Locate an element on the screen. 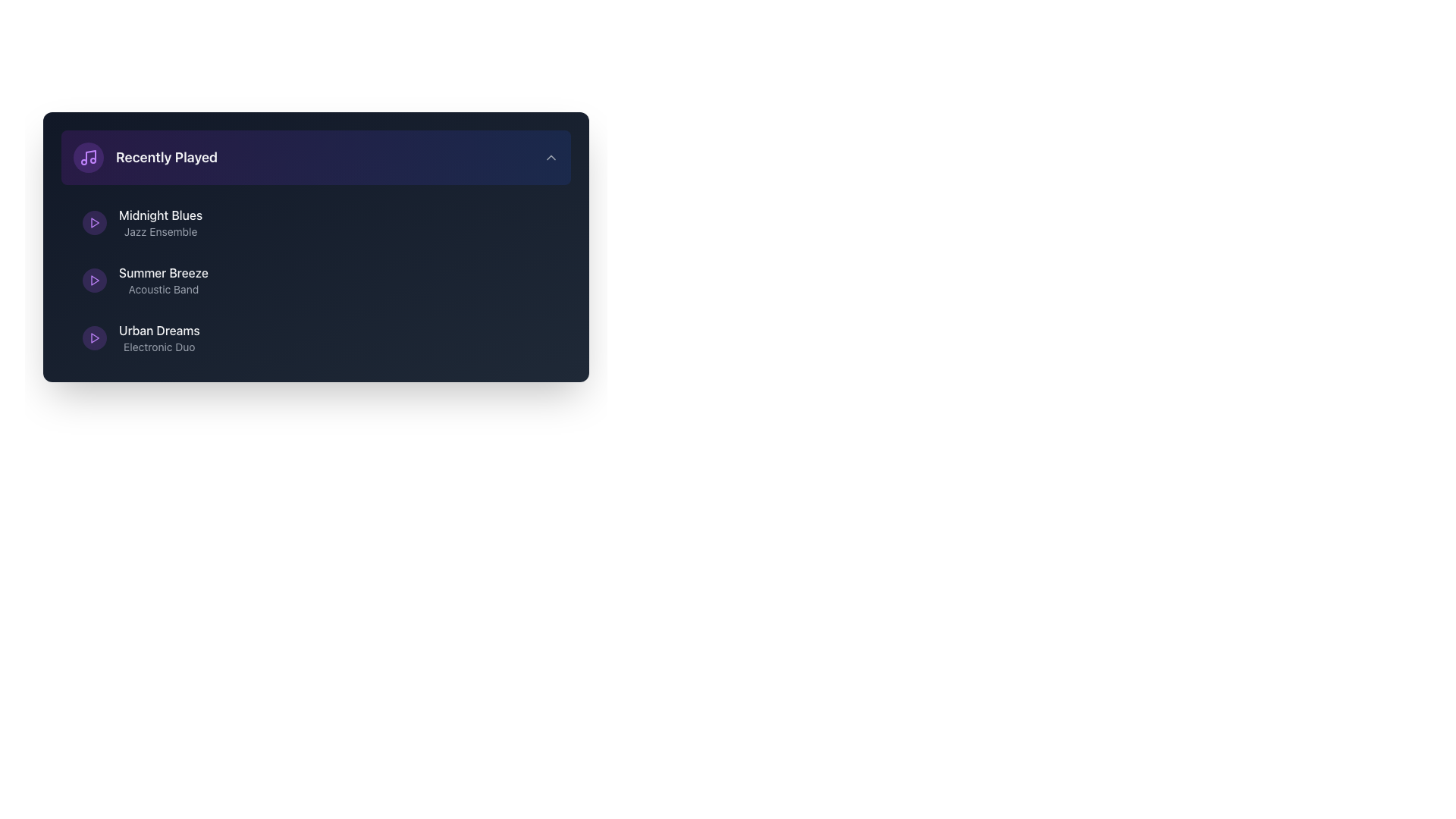  the shuffle button located in the lower section of the 'Recently Played' area, to the right of 'Urban Dreams' is located at coordinates (475, 337).